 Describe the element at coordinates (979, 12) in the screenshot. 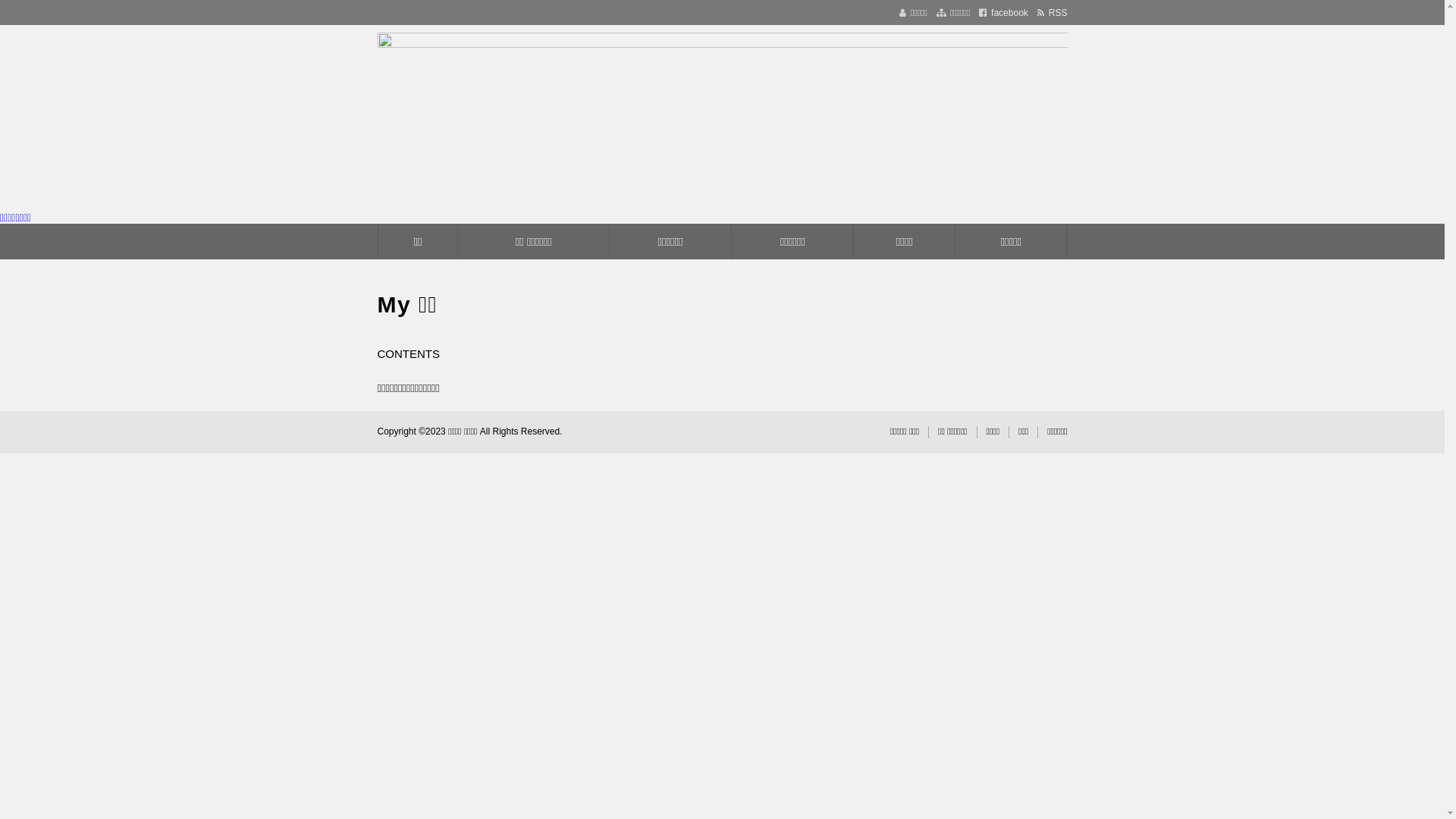

I see `'facebook'` at that location.